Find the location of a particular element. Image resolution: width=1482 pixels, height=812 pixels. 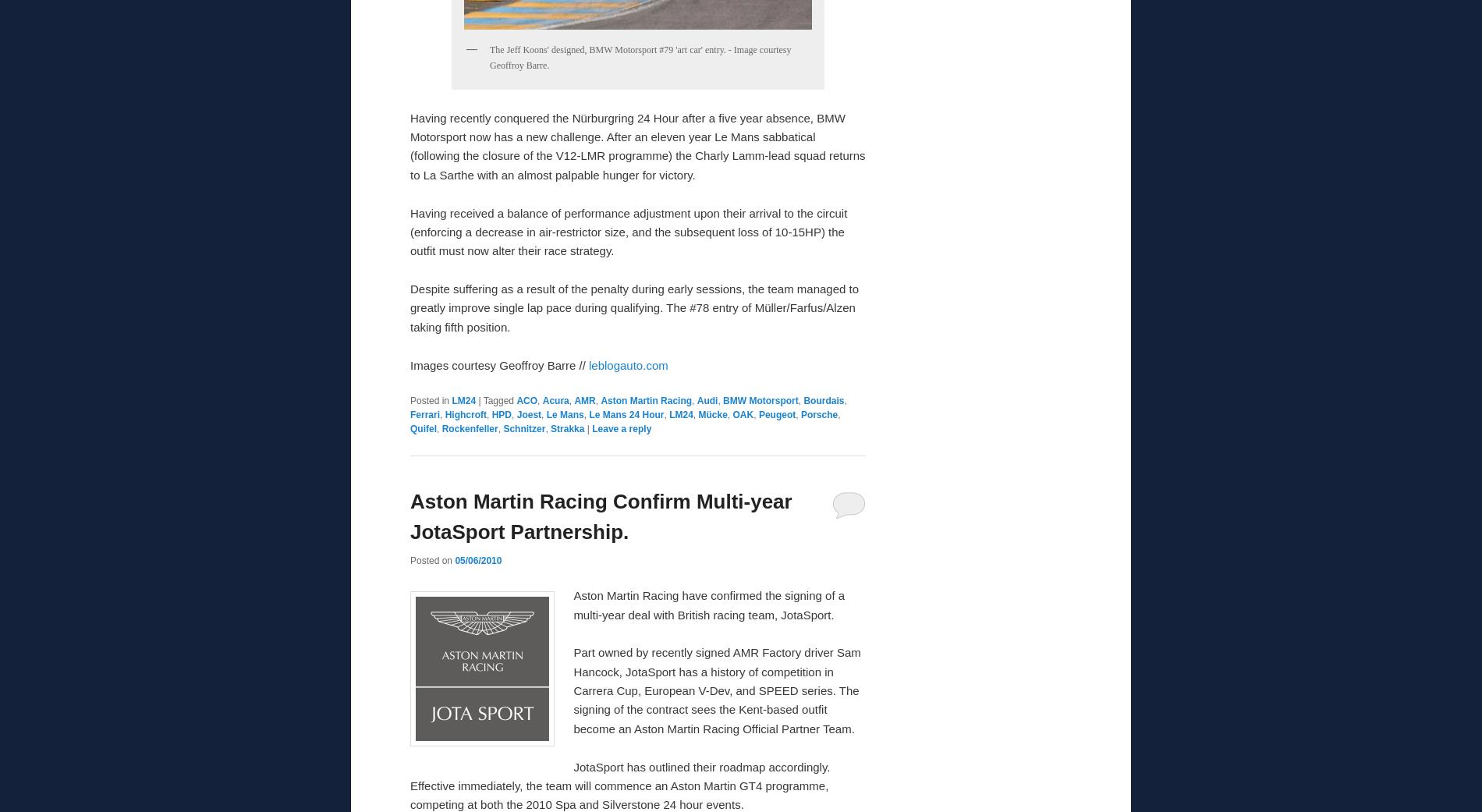

'Le Mans' is located at coordinates (564, 414).